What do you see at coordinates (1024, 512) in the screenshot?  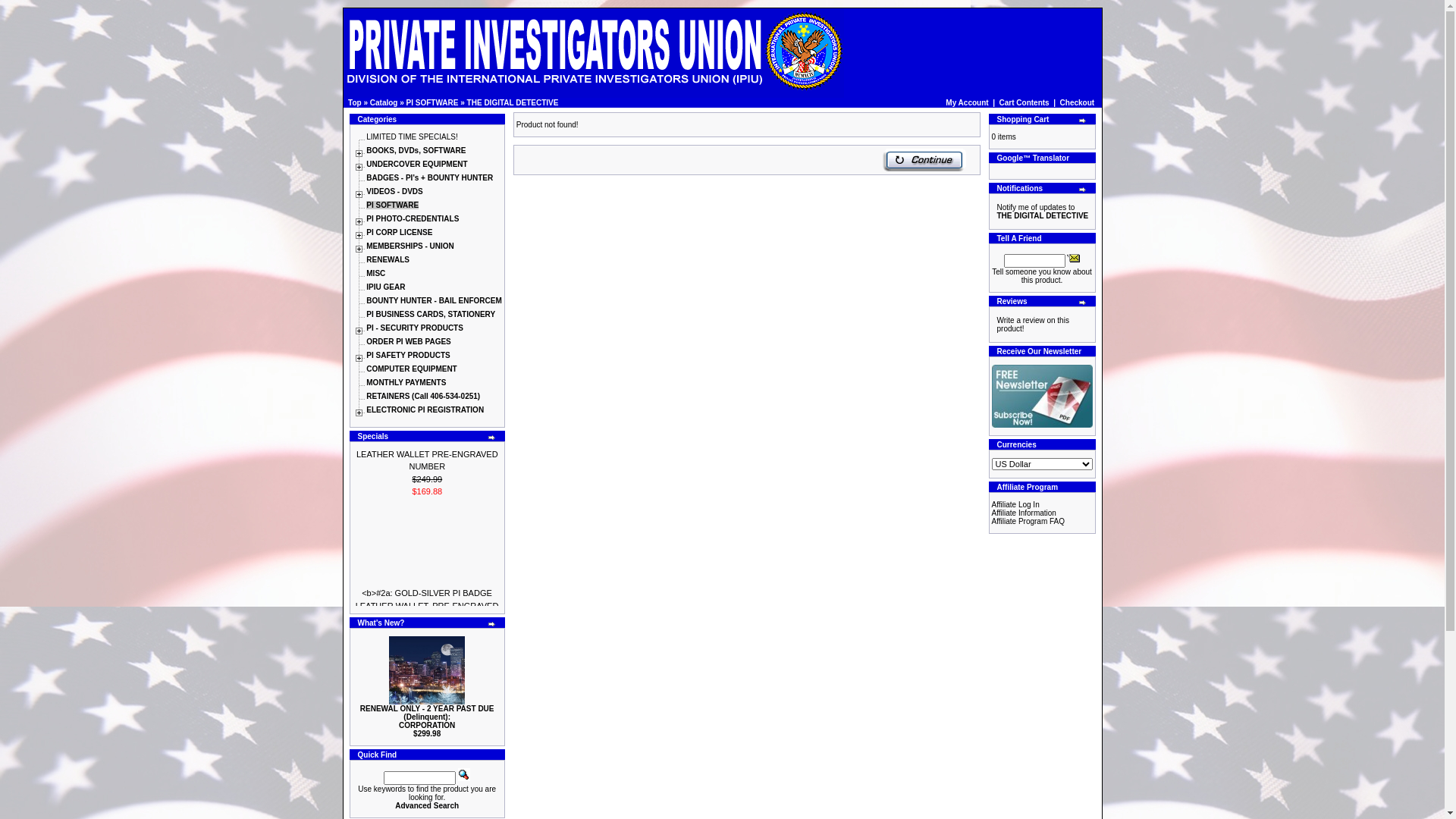 I see `'Affiliate Information'` at bounding box center [1024, 512].